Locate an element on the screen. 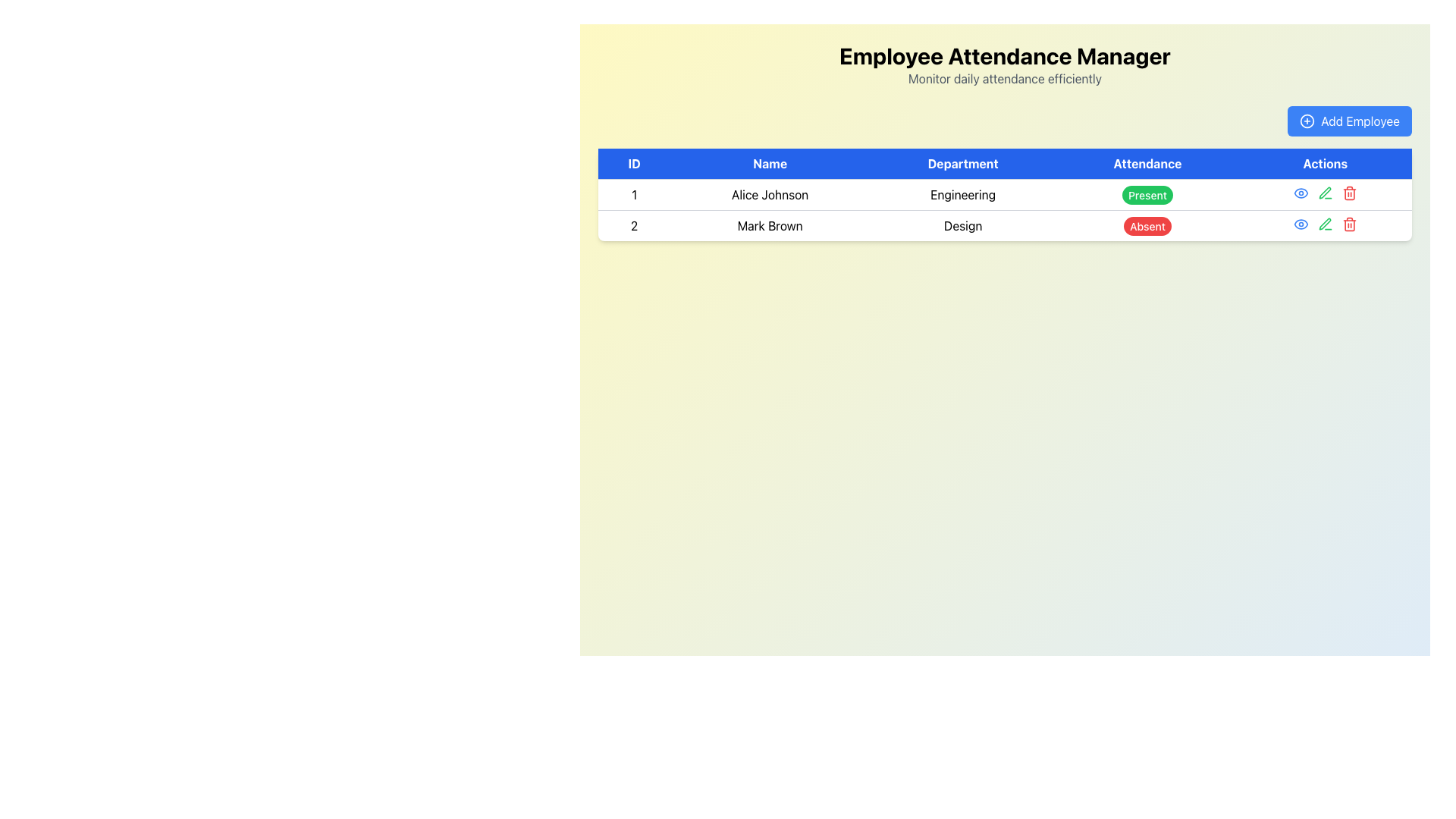  the edit icon button located in the 'Actions' column of the second row for the employee 'Mark Brown' to initiate an edit action is located at coordinates (1324, 192).